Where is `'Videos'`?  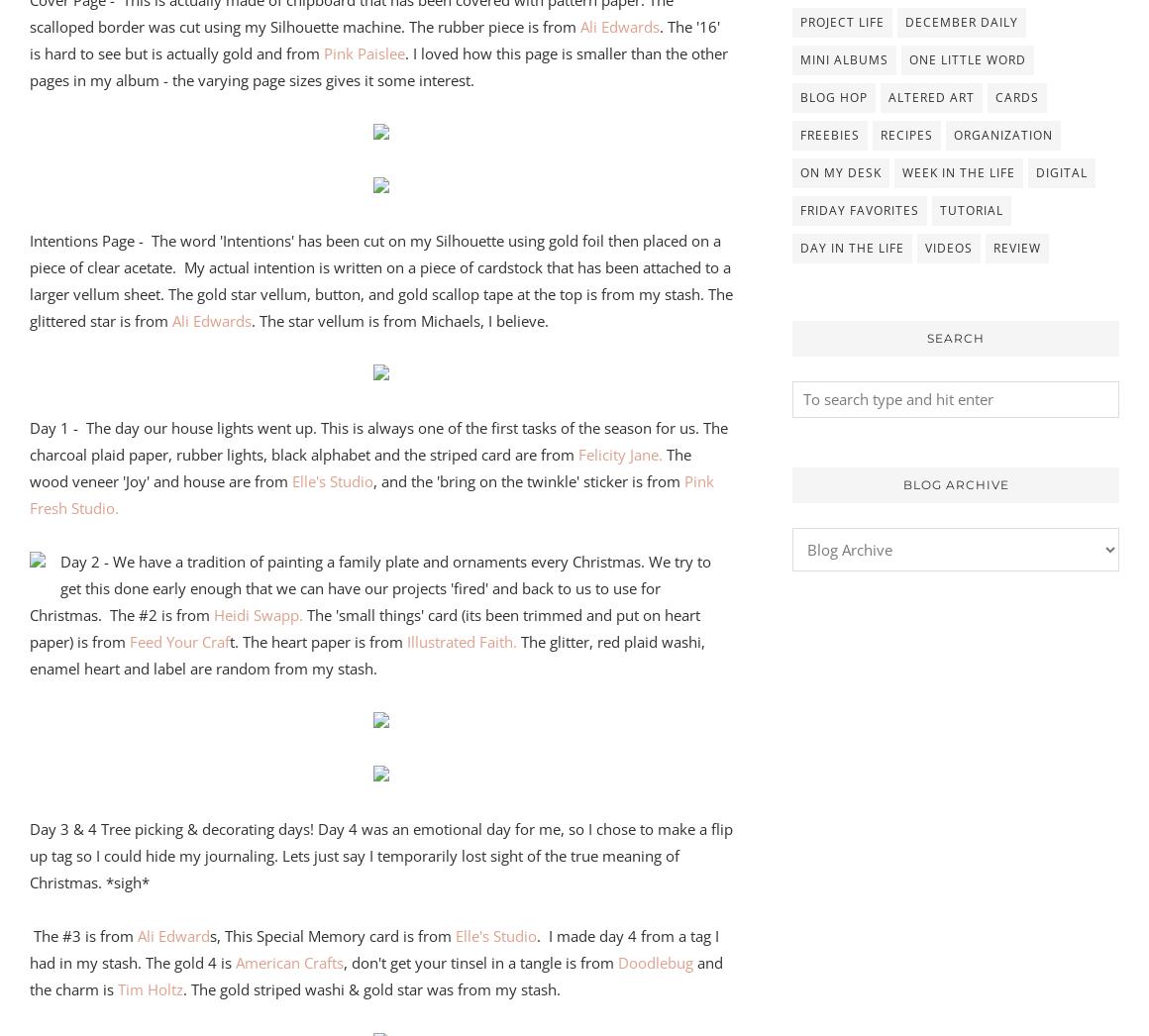 'Videos' is located at coordinates (949, 246).